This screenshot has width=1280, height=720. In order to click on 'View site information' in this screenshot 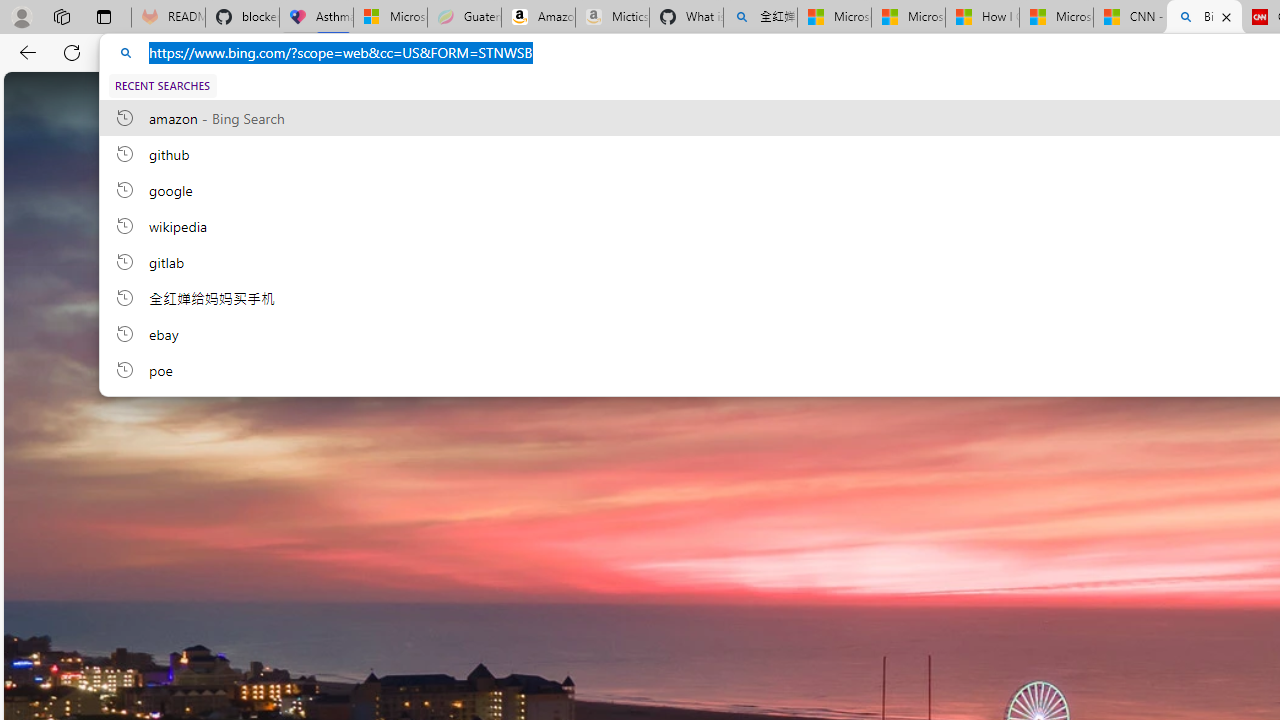, I will do `click(125, 52)`.